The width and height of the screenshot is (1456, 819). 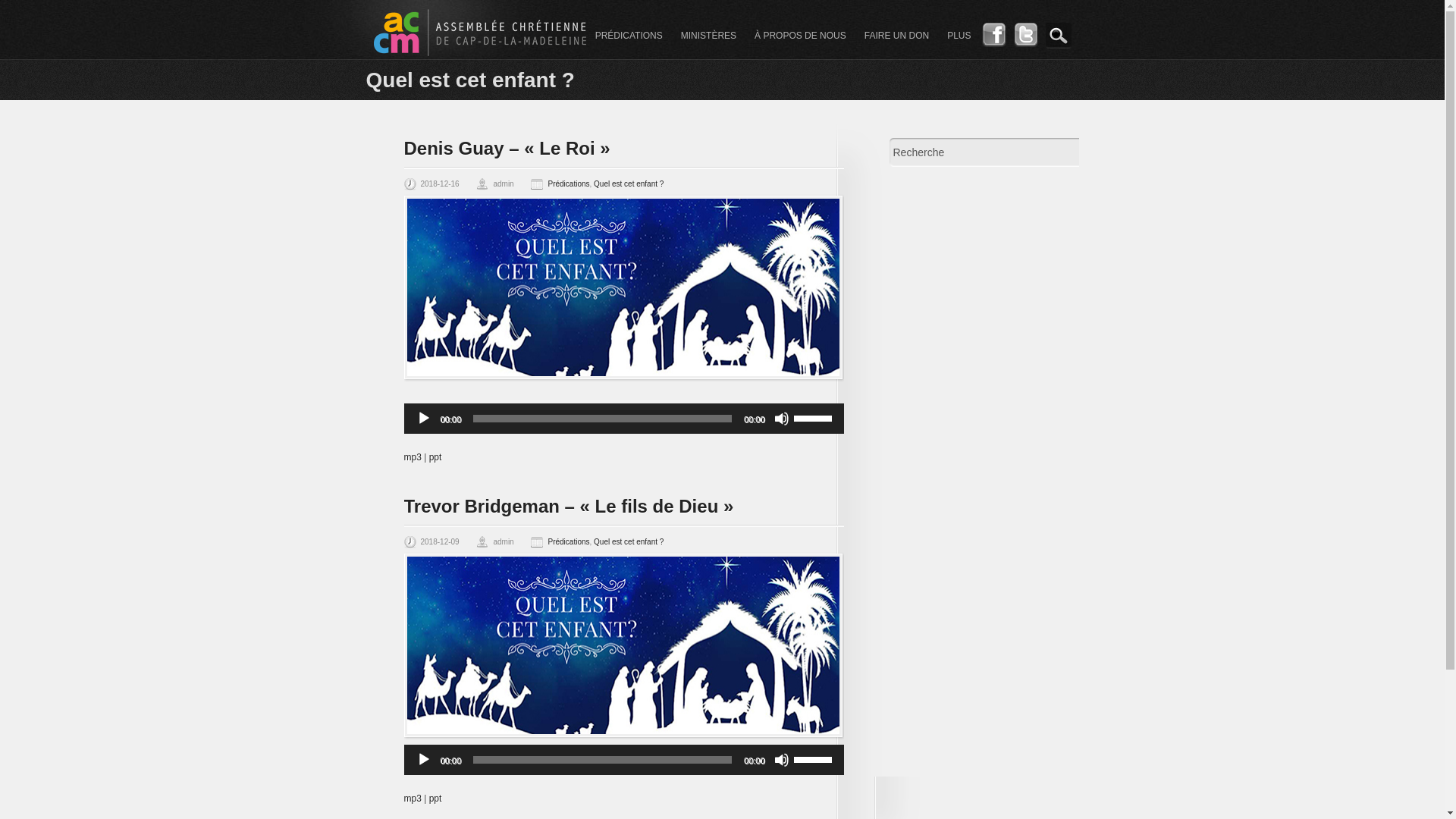 I want to click on 'Quel est cet enfant ?', so click(x=629, y=183).